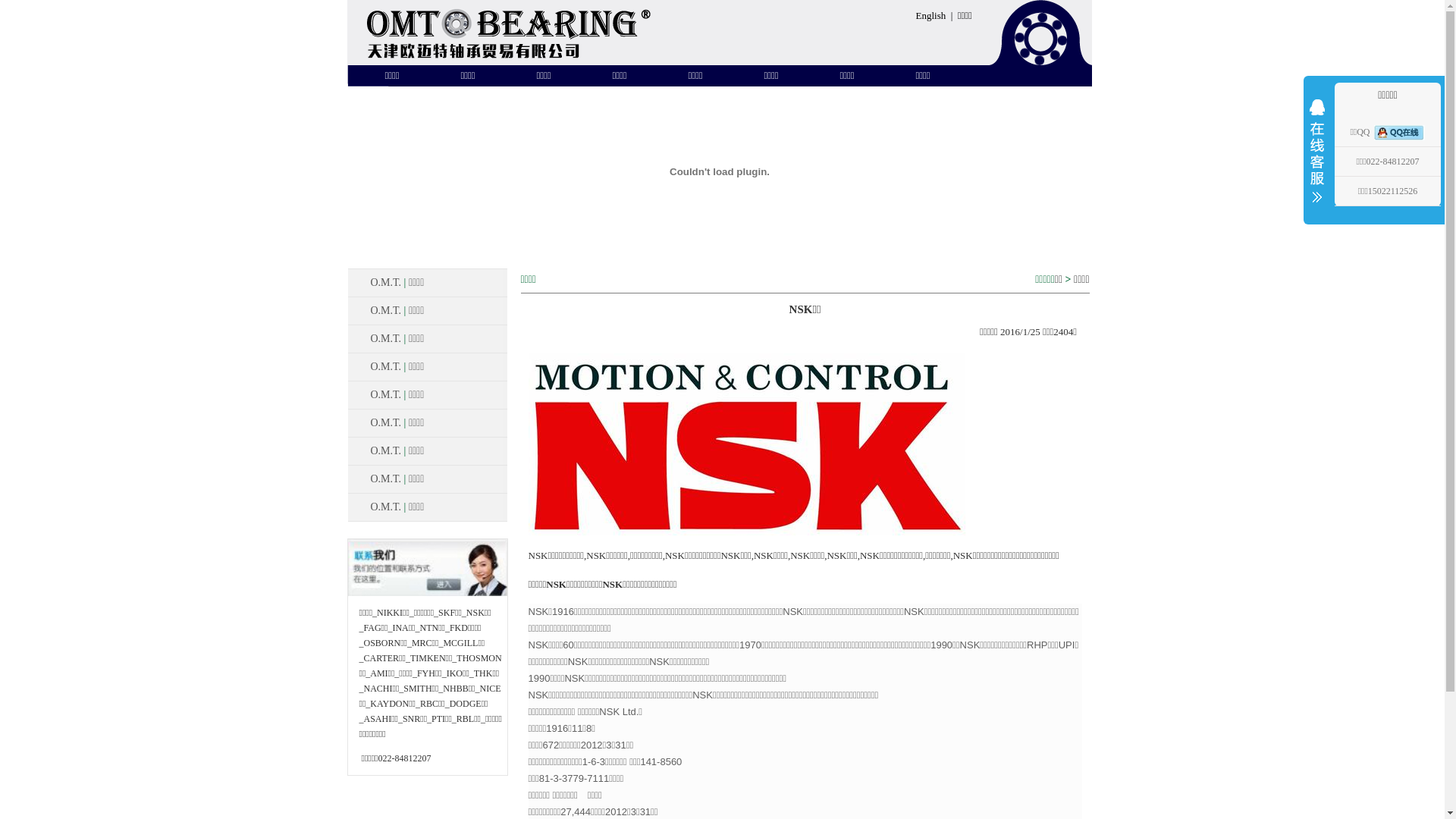 The width and height of the screenshot is (1456, 819). Describe the element at coordinates (930, 15) in the screenshot. I see `'English'` at that location.